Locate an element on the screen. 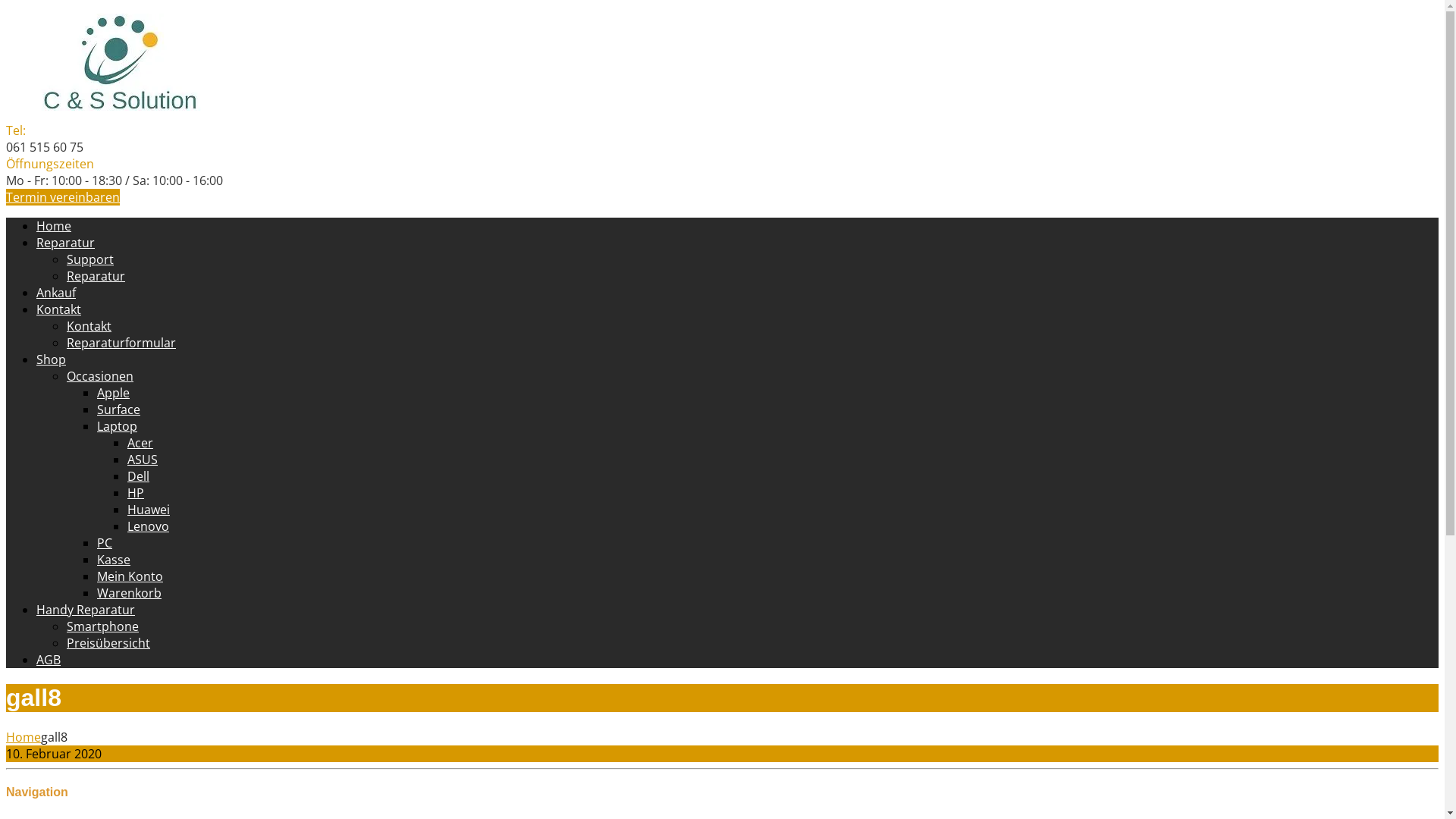 This screenshot has height=819, width=1456. 'Skip to content' is located at coordinates (5, 5).